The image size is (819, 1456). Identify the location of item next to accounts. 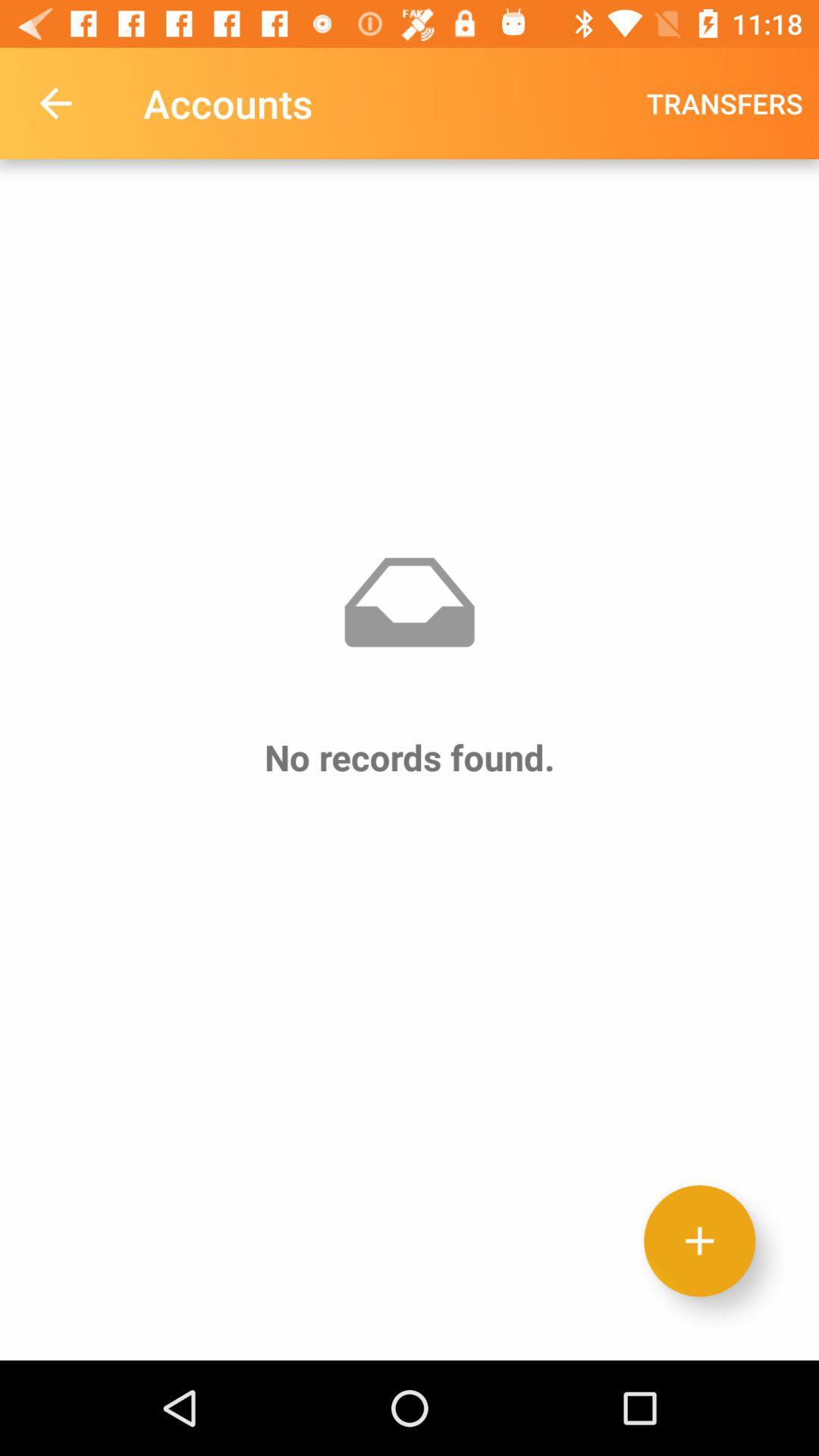
(723, 102).